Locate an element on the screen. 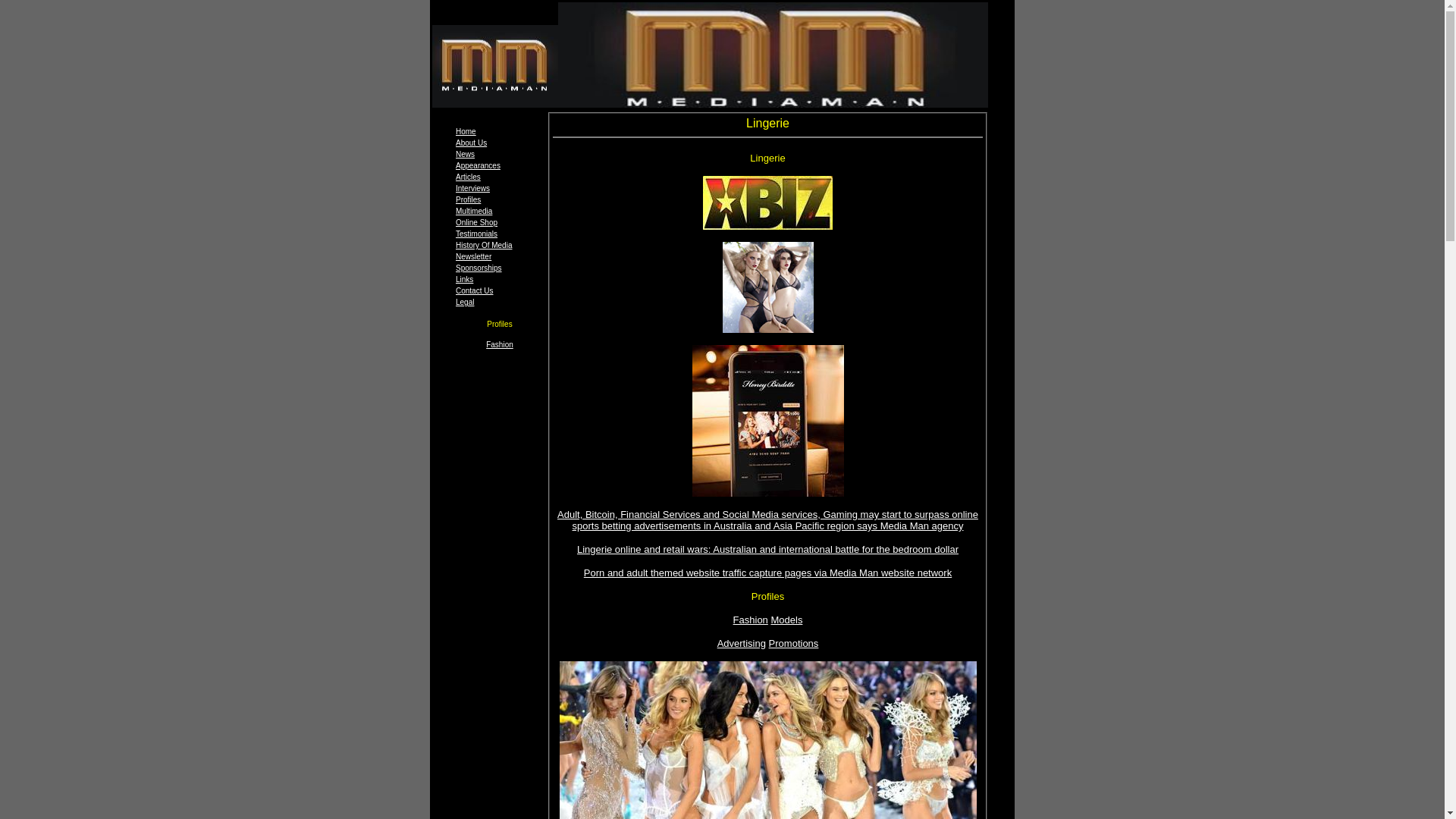  'Appearances' is located at coordinates (477, 165).